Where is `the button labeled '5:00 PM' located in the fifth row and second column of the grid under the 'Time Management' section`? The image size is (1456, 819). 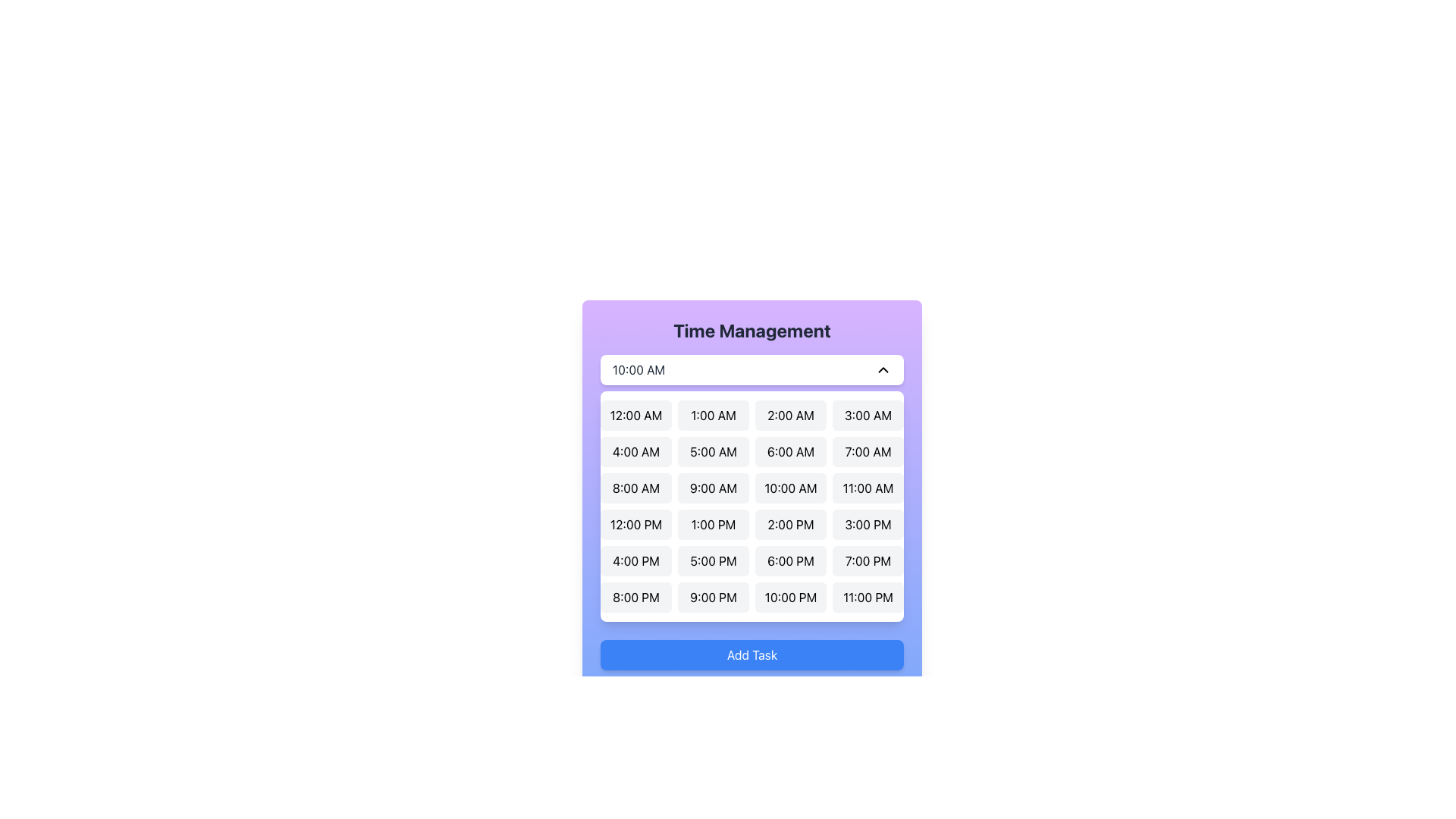
the button labeled '5:00 PM' located in the fifth row and second column of the grid under the 'Time Management' section is located at coordinates (712, 561).